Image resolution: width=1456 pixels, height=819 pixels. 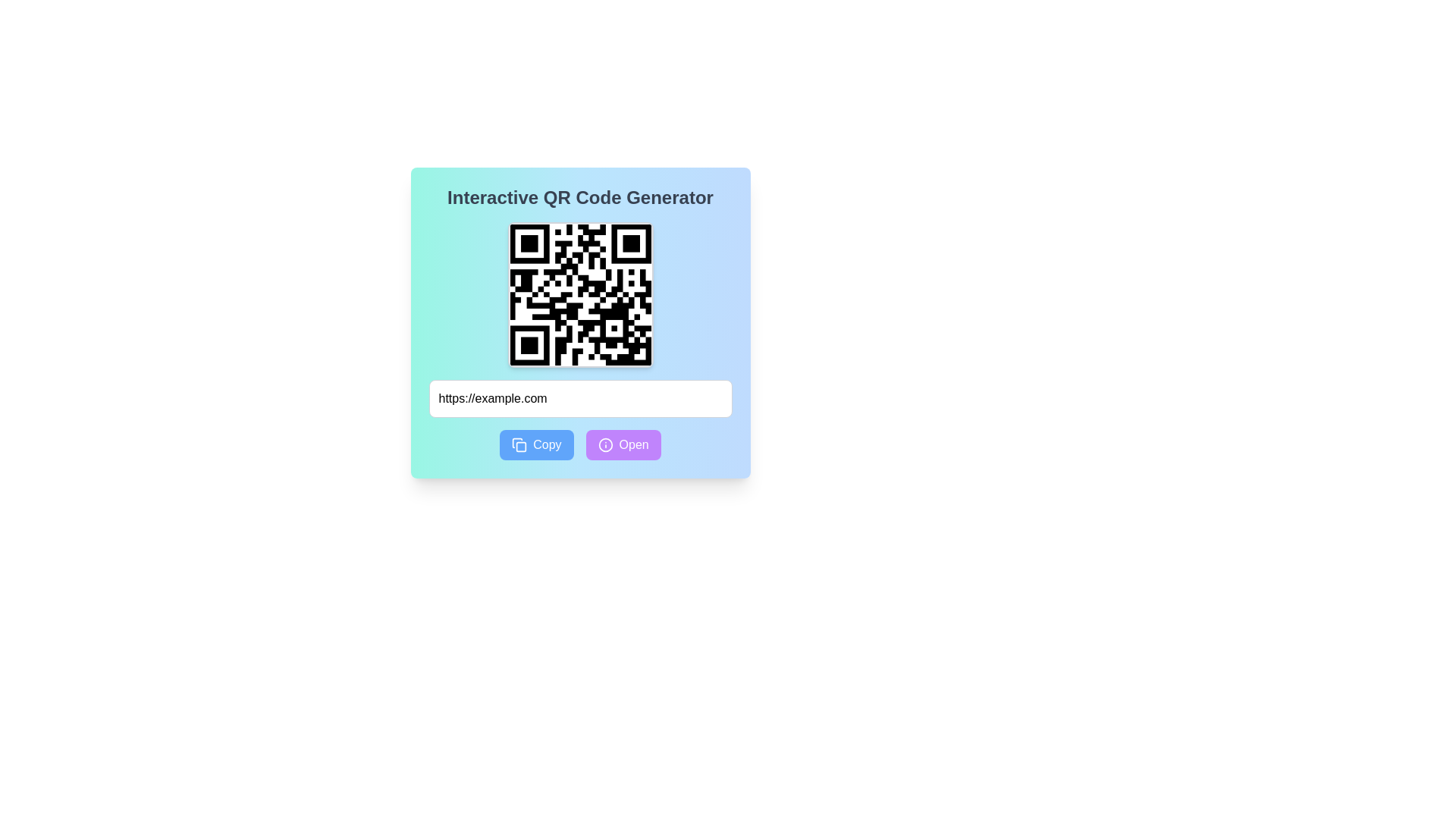 I want to click on the informational icon located to the left of the 'Open' text label within the 'Open' button, so click(x=604, y=444).